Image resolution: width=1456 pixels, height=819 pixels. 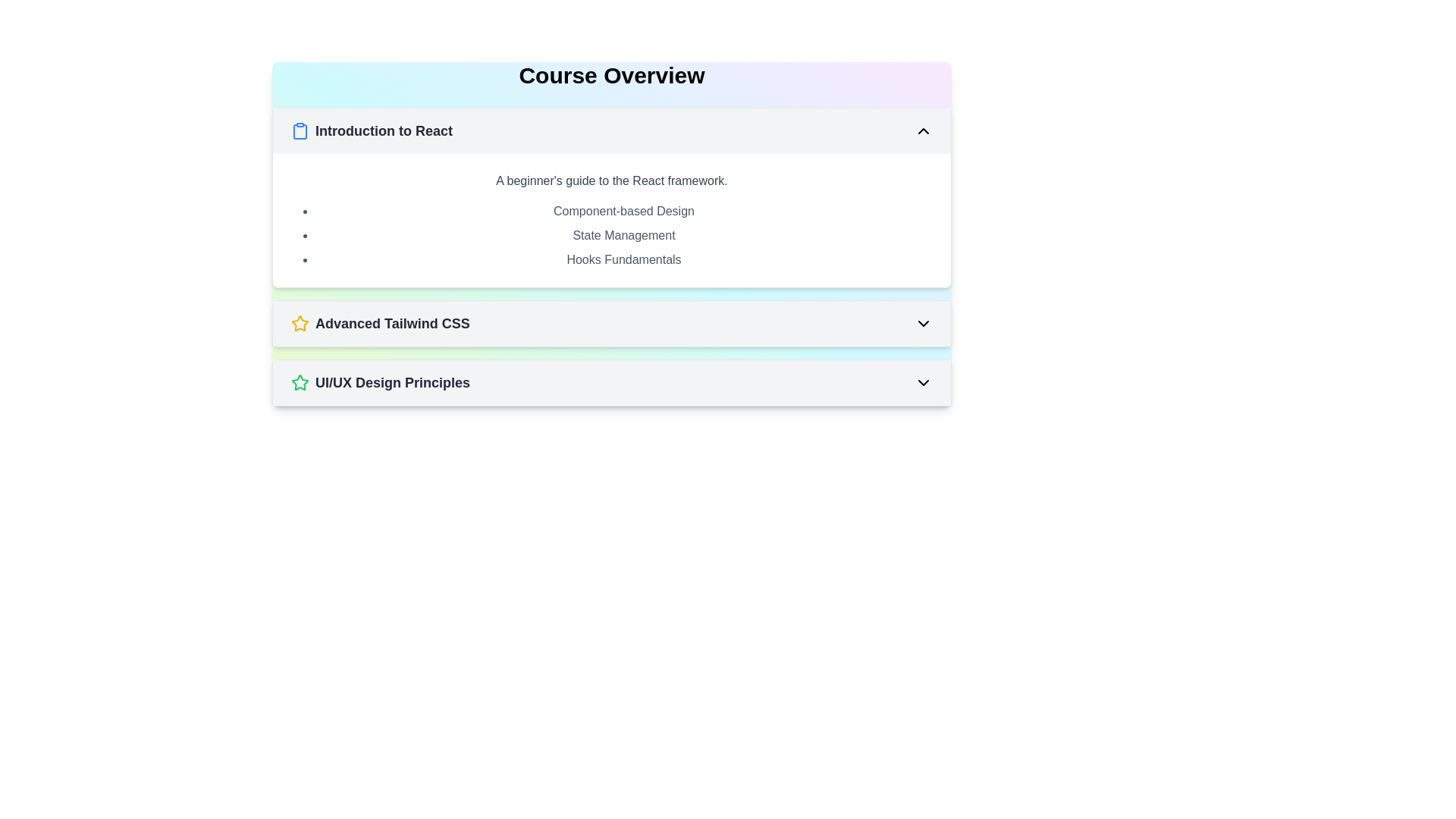 I want to click on the decorative icon located at the leftmost position of the 'Introduction to React' section header, so click(x=300, y=130).